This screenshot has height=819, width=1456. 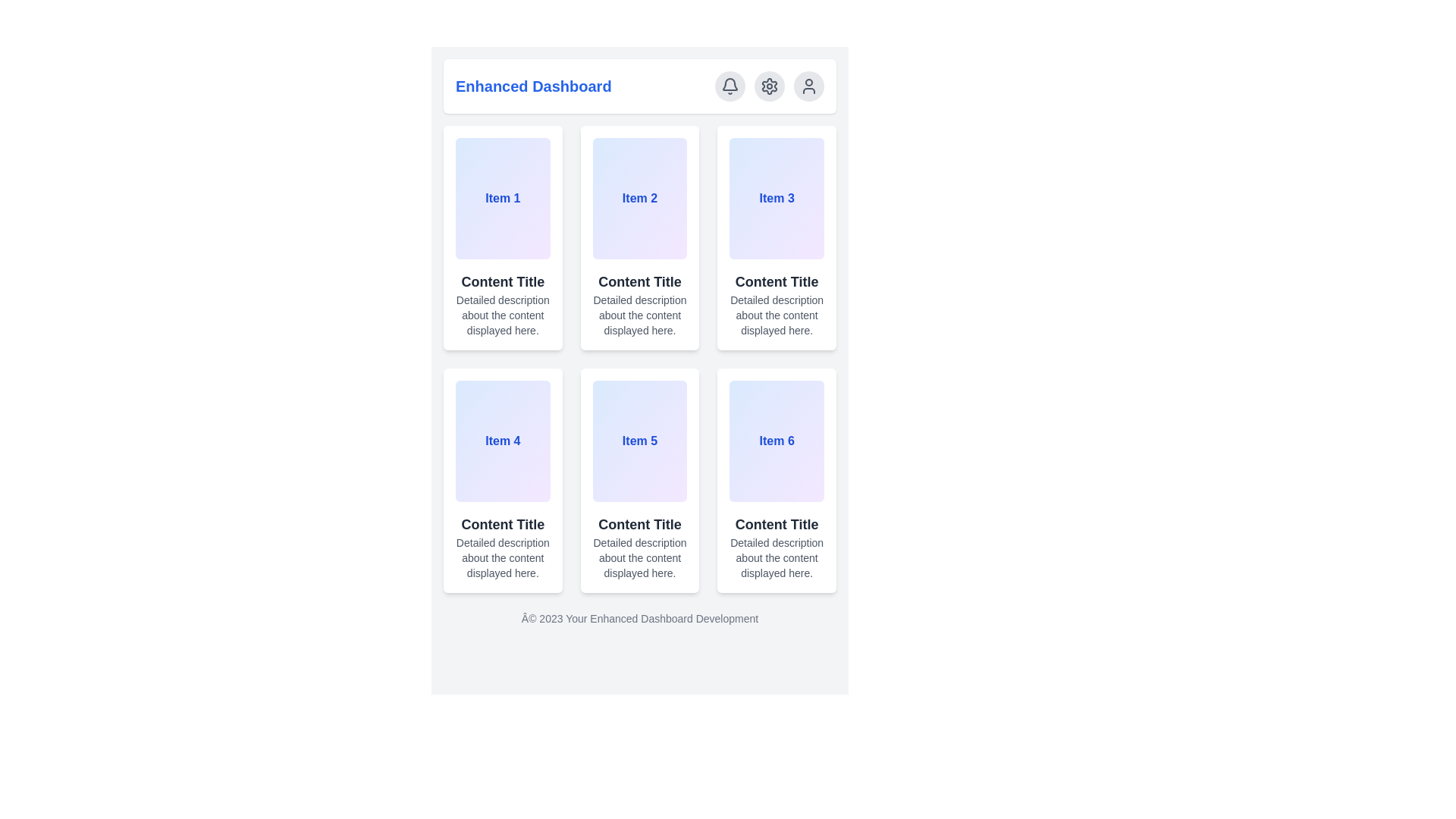 What do you see at coordinates (777, 480) in the screenshot?
I see `the sixth static display card in the grid layout, which contains the title 'Content Title', description, and identifier 'Item 6'` at bounding box center [777, 480].